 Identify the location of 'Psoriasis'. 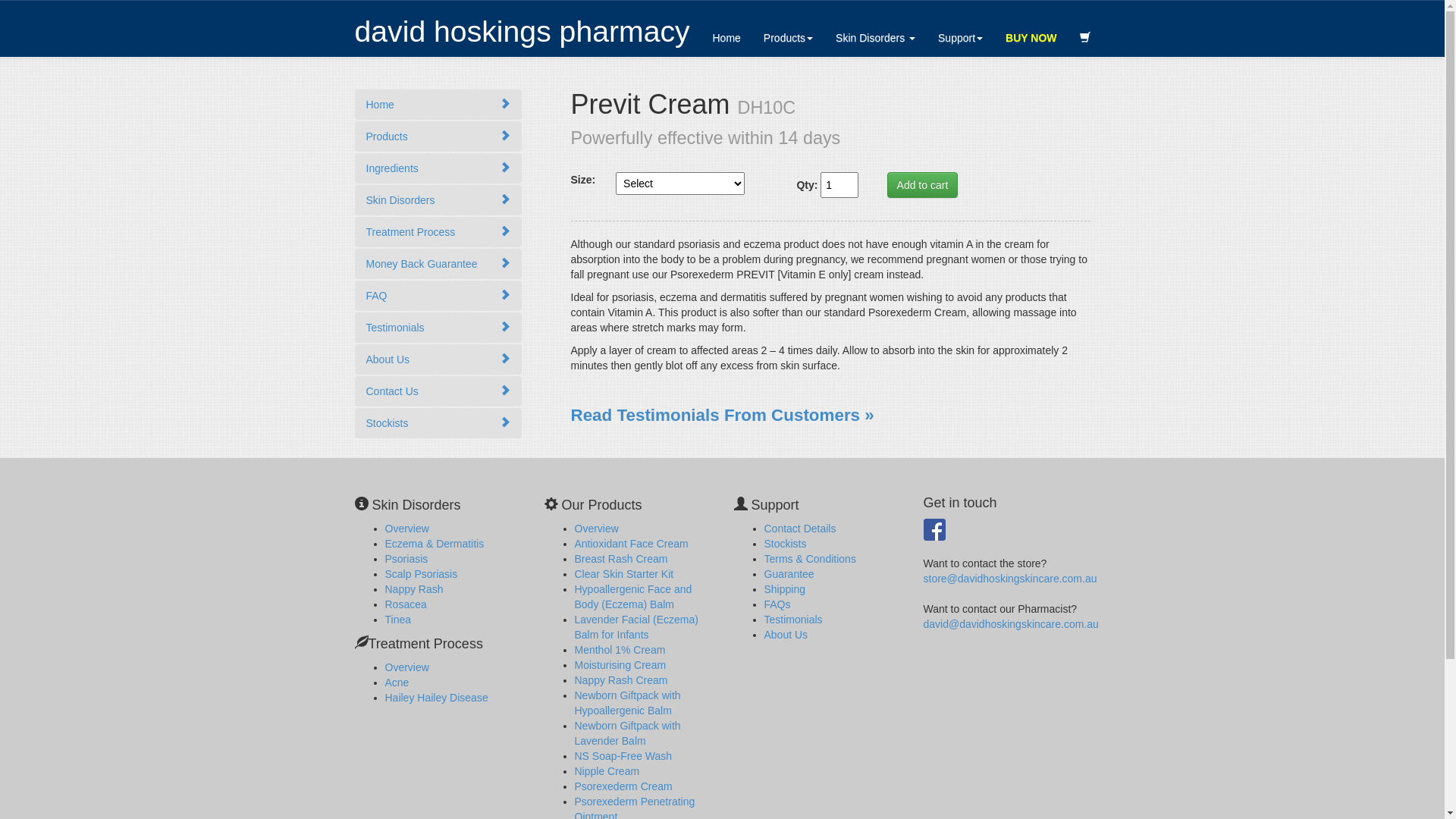
(406, 558).